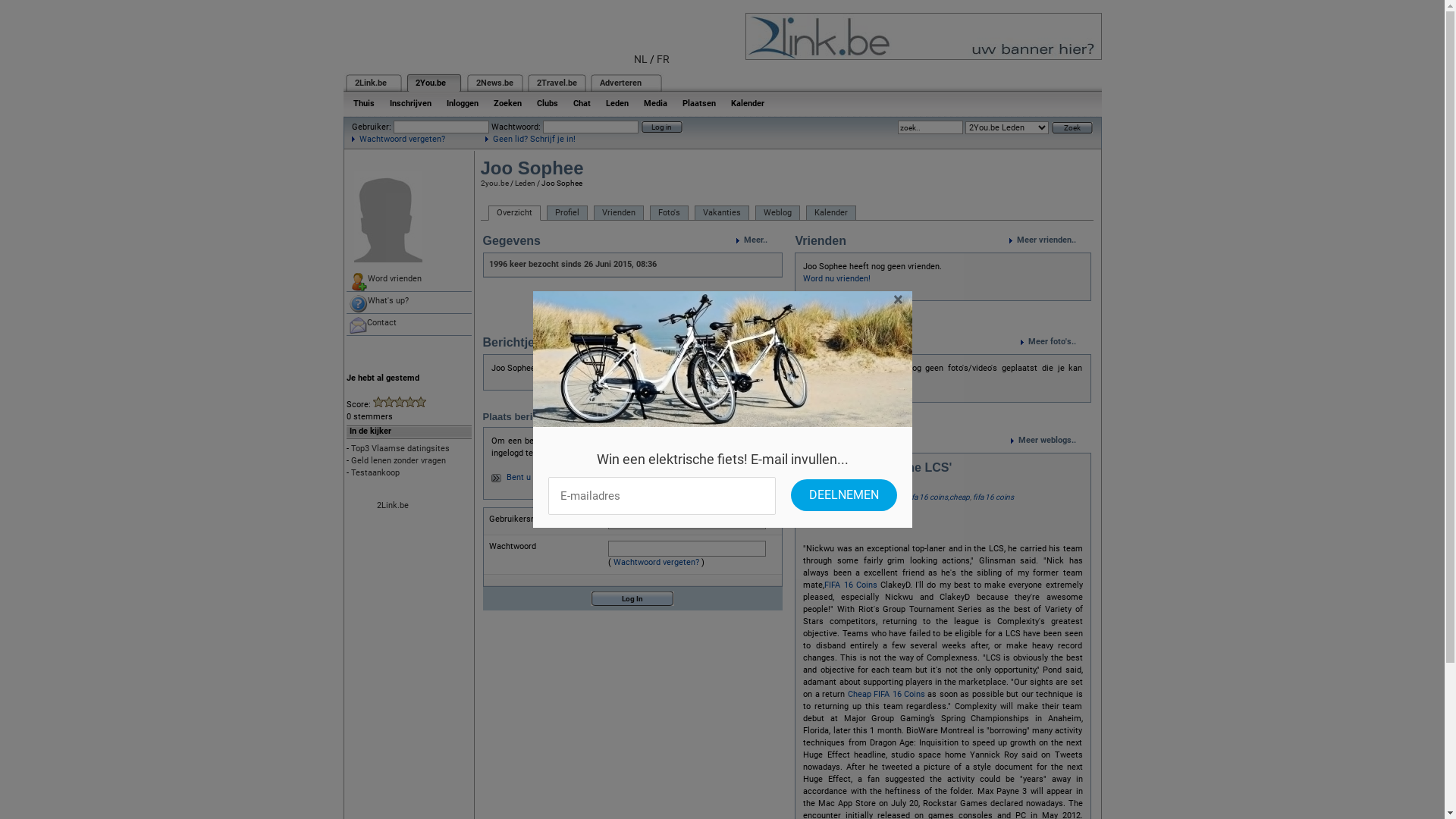 This screenshot has width=1456, height=819. Describe the element at coordinates (698, 102) in the screenshot. I see `'Plaatsen'` at that location.